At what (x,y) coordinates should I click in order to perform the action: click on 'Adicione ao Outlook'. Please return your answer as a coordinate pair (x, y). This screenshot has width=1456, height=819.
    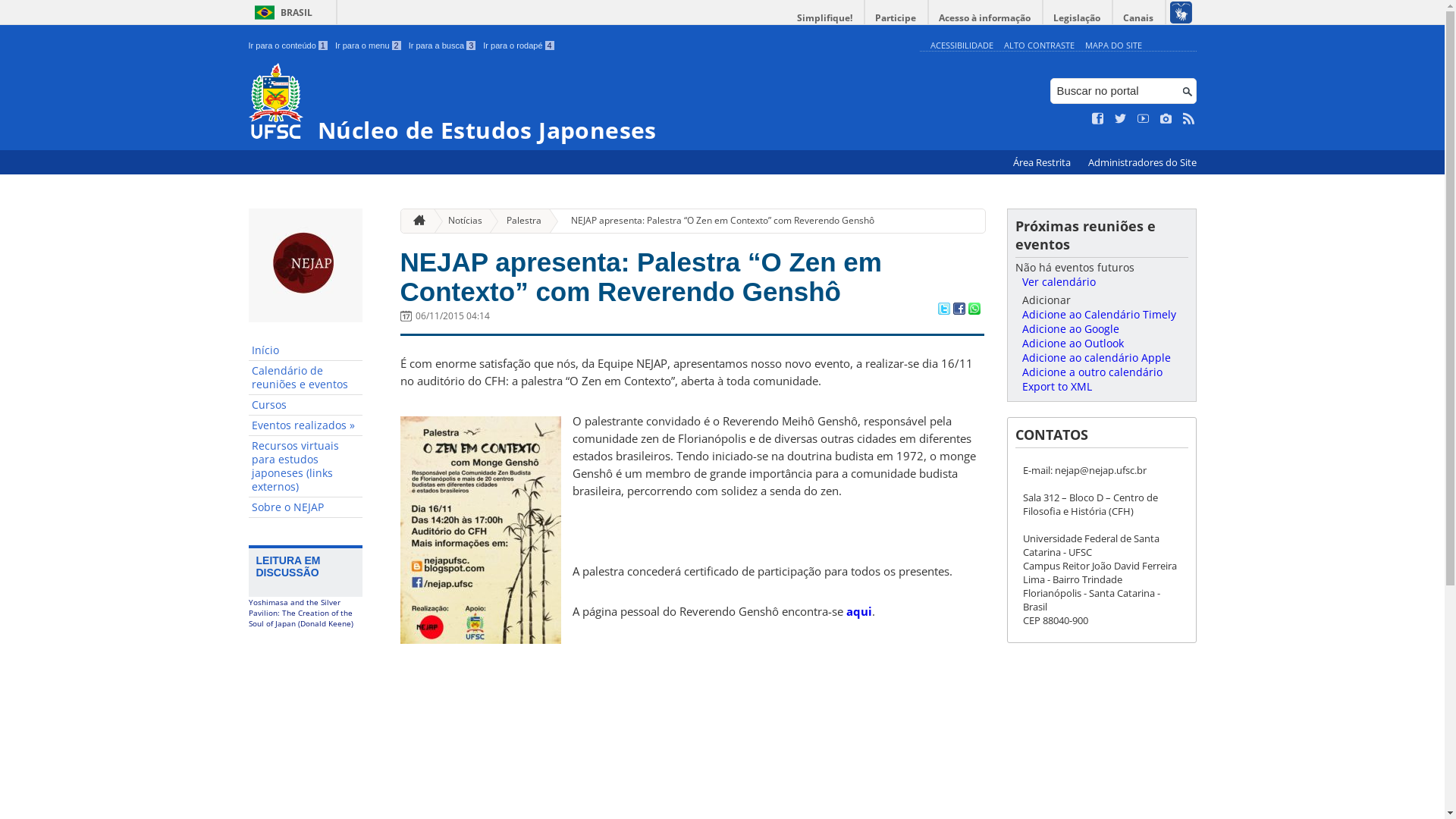
    Looking at the image, I should click on (1072, 343).